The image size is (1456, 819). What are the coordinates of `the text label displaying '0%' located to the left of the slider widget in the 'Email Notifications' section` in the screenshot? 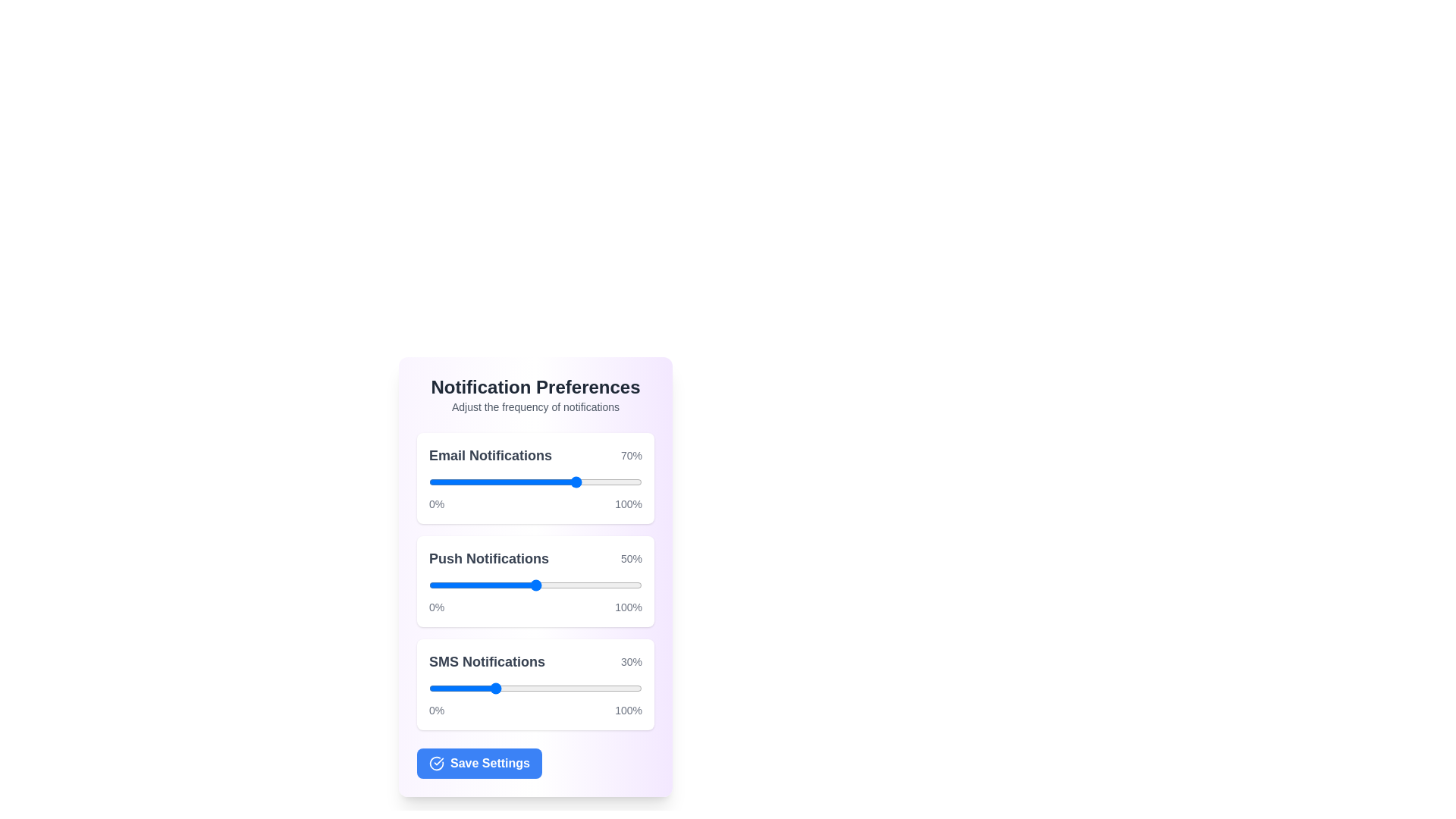 It's located at (436, 504).